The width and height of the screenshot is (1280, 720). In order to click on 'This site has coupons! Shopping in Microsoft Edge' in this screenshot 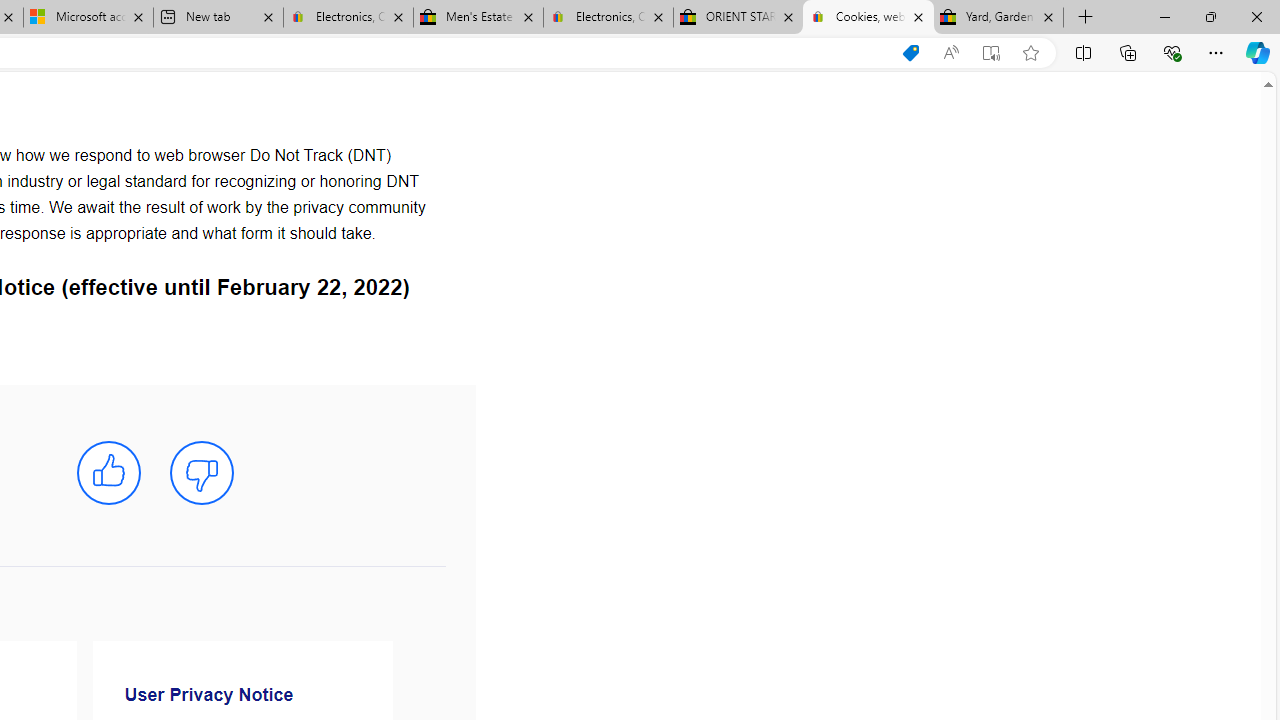, I will do `click(909, 52)`.